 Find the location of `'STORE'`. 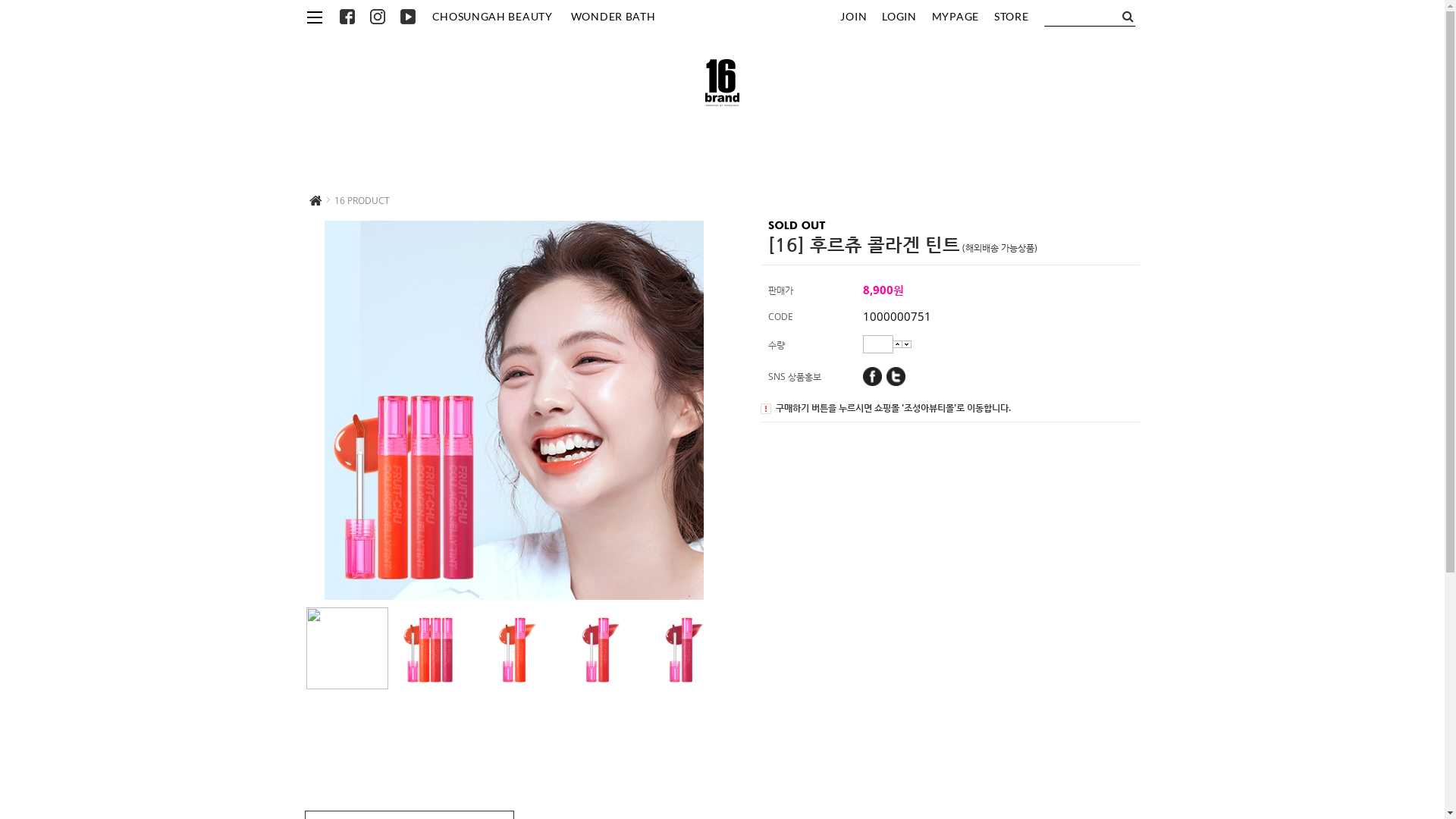

'STORE' is located at coordinates (1012, 15).